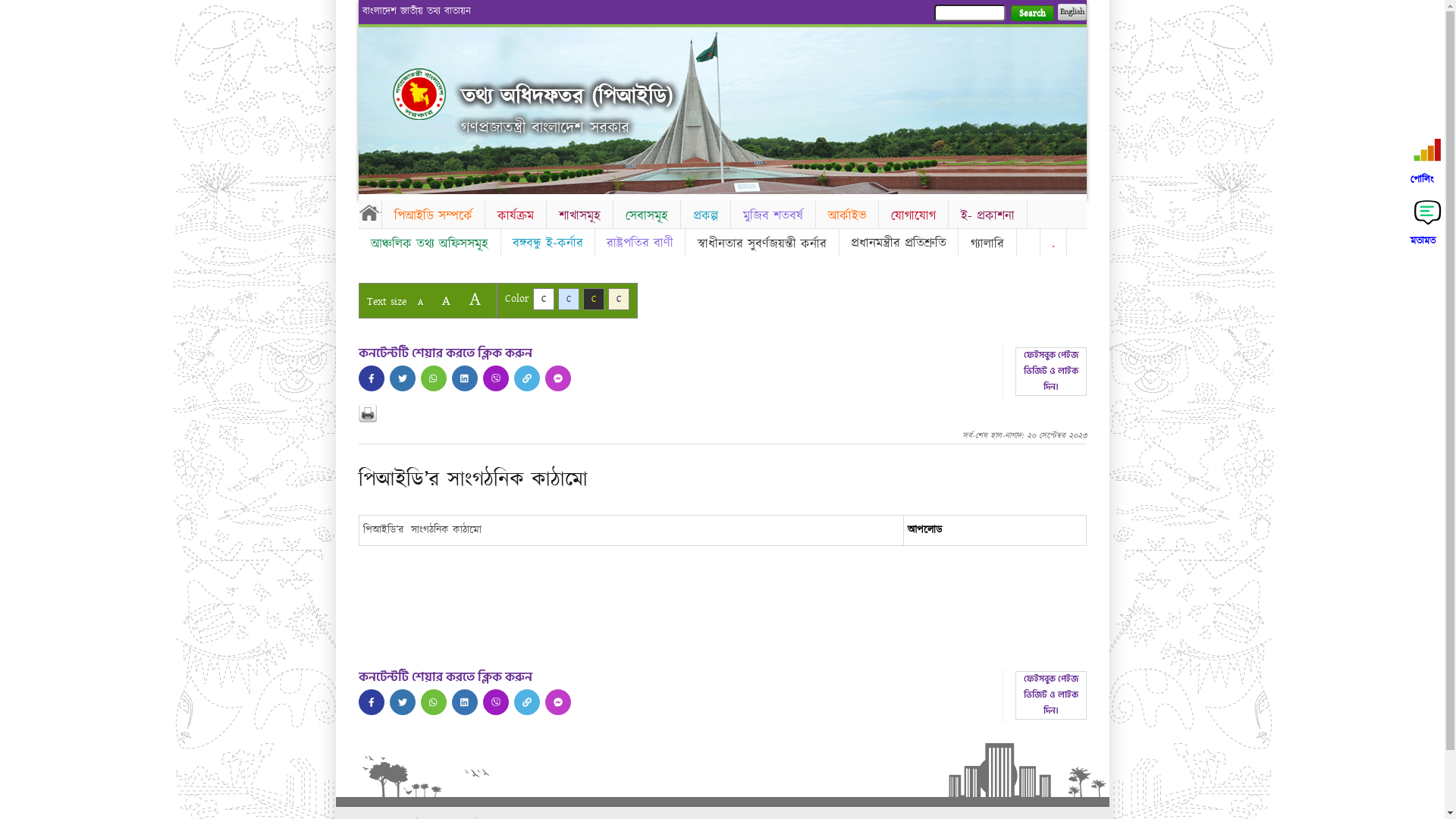 This screenshot has height=819, width=1456. Describe the element at coordinates (532, 299) in the screenshot. I see `'C'` at that location.